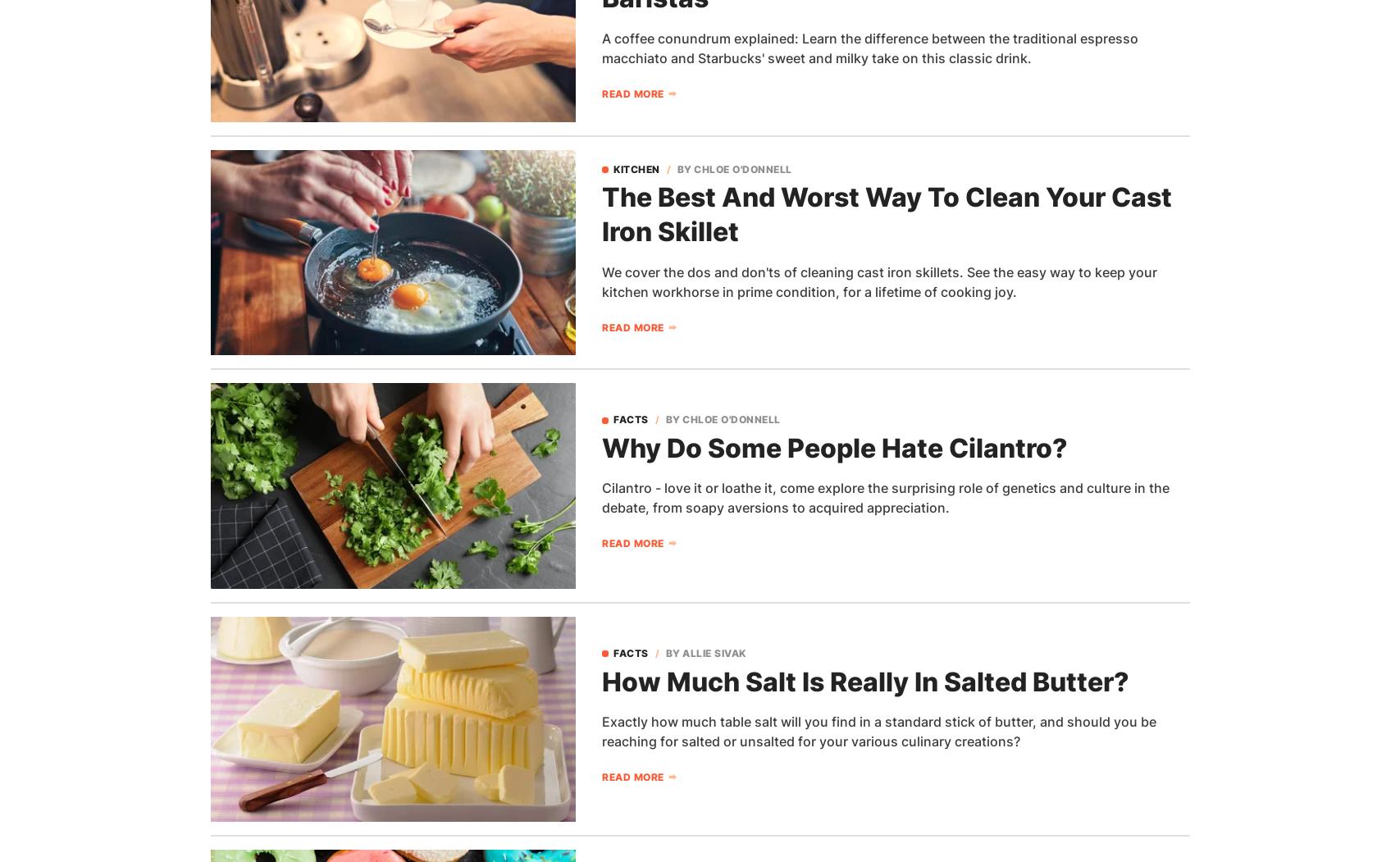 The width and height of the screenshot is (1400, 862). What do you see at coordinates (878, 731) in the screenshot?
I see `'Exactly how much table salt will you find in a standard stick of butter, and should you be reaching for salted or unsalted for your various culinary creations?'` at bounding box center [878, 731].